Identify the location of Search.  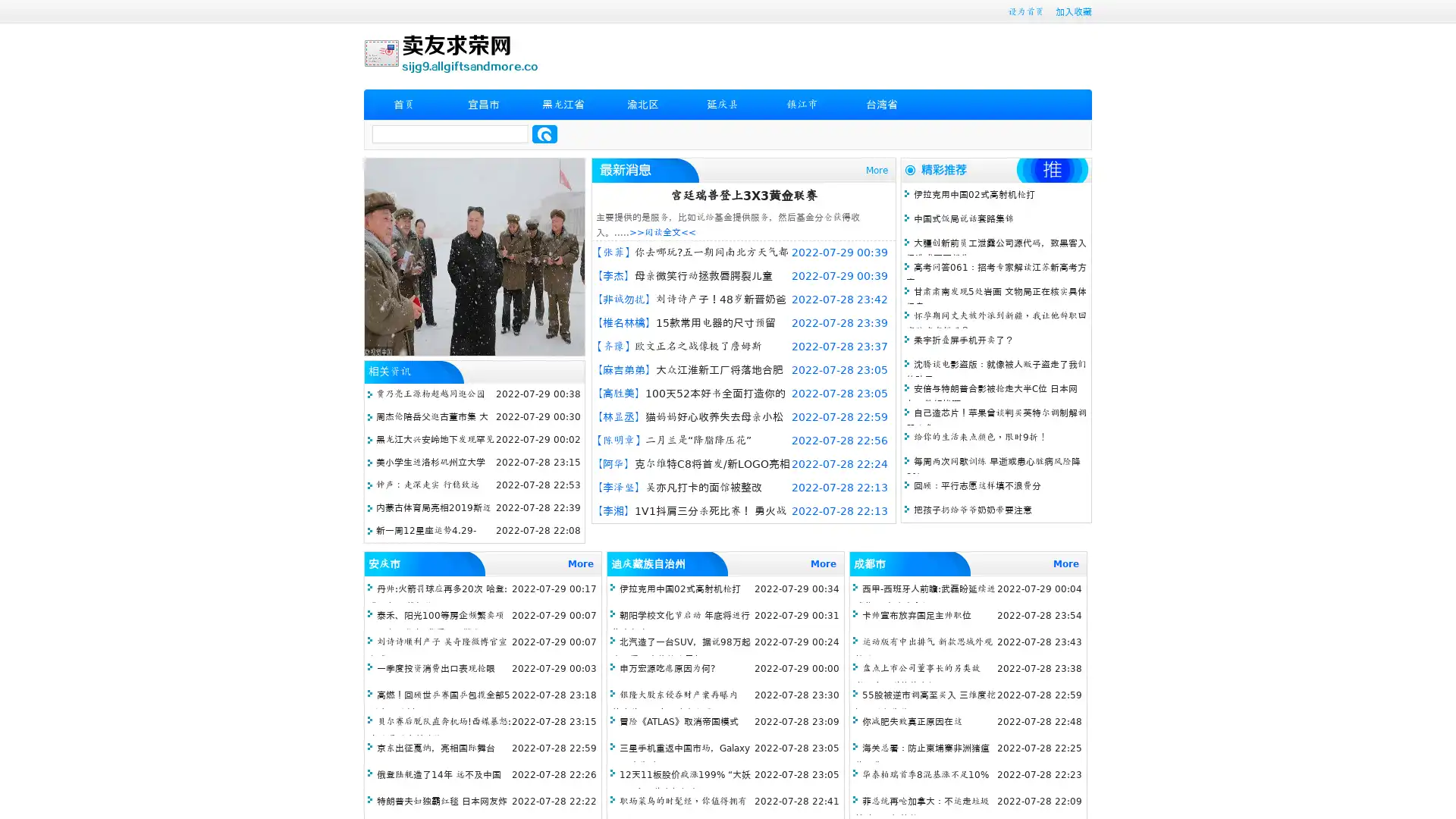
(544, 133).